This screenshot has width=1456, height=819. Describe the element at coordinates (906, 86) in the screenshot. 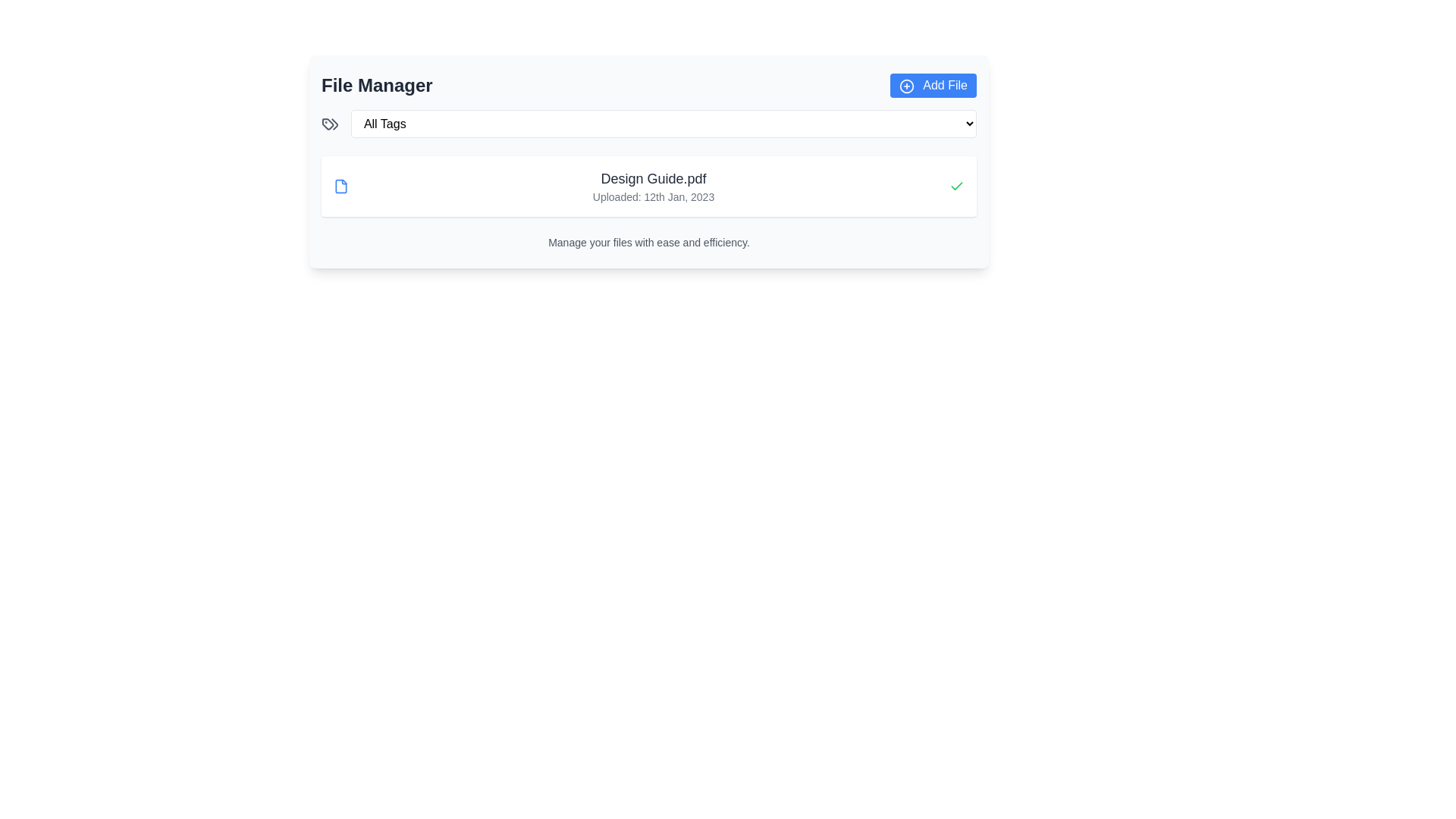

I see `the decorative SVG circle that enhances the 'Add File' icon, located centrally within the 'Add File' button, adjacent to the label 'Add File'` at that location.